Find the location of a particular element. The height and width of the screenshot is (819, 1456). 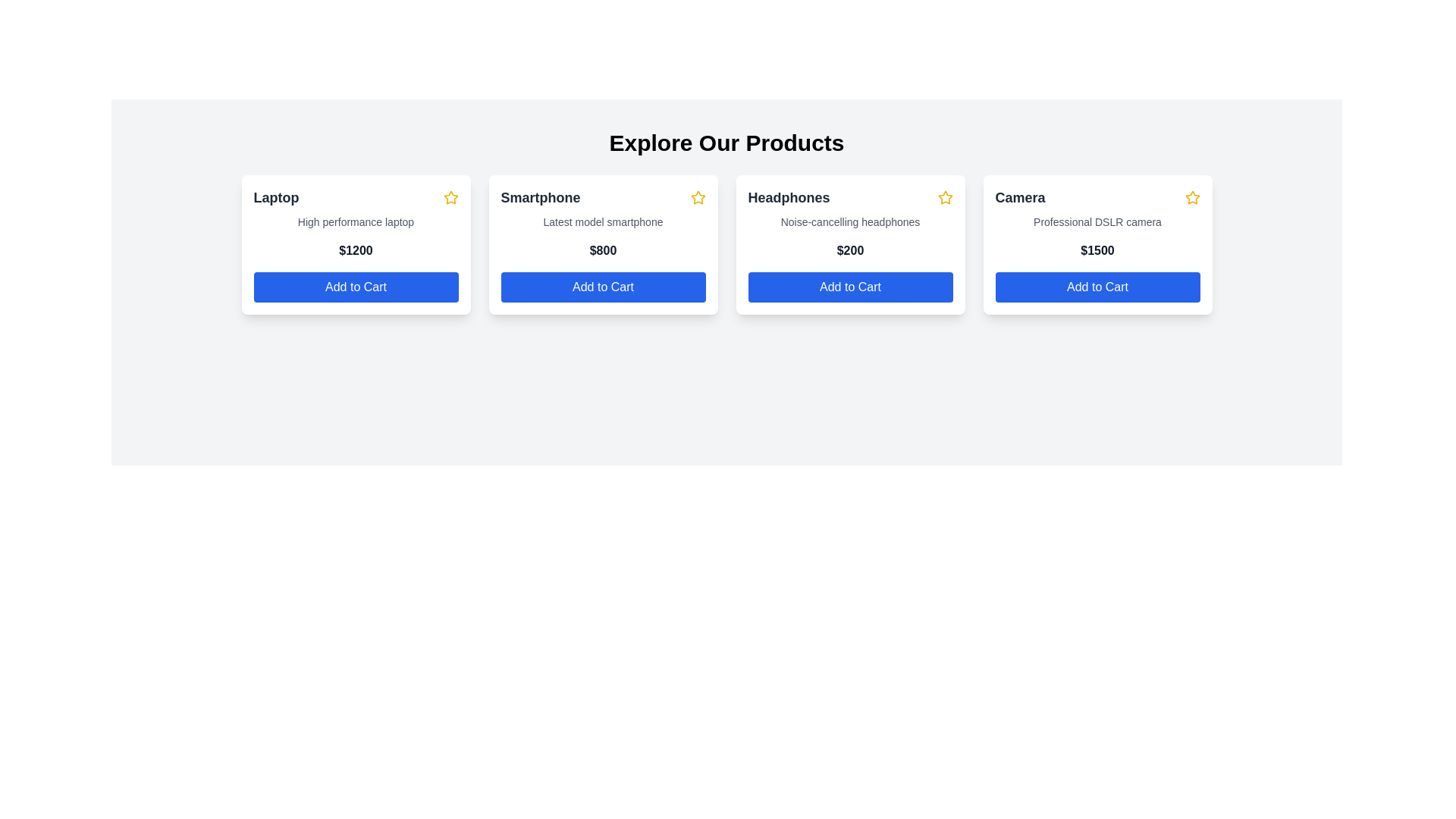

the bold text label displaying the price "$1200" in black on a white background, which is part of the product card for a laptop is located at coordinates (355, 250).